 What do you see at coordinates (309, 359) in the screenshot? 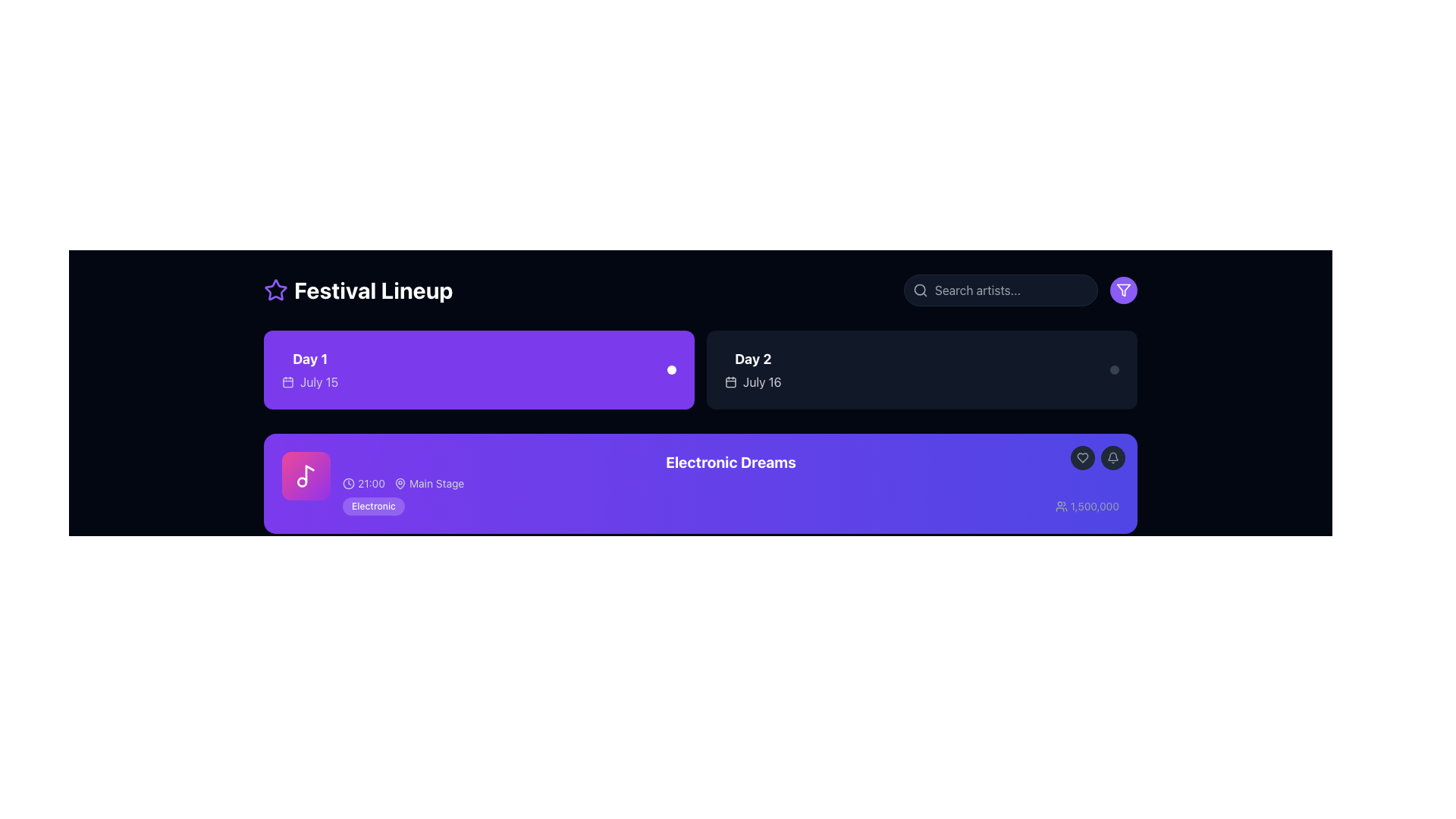
I see `the header text element indicating a specific day, located in the upper-left corner of a purple card, above the text 'July 15'` at bounding box center [309, 359].